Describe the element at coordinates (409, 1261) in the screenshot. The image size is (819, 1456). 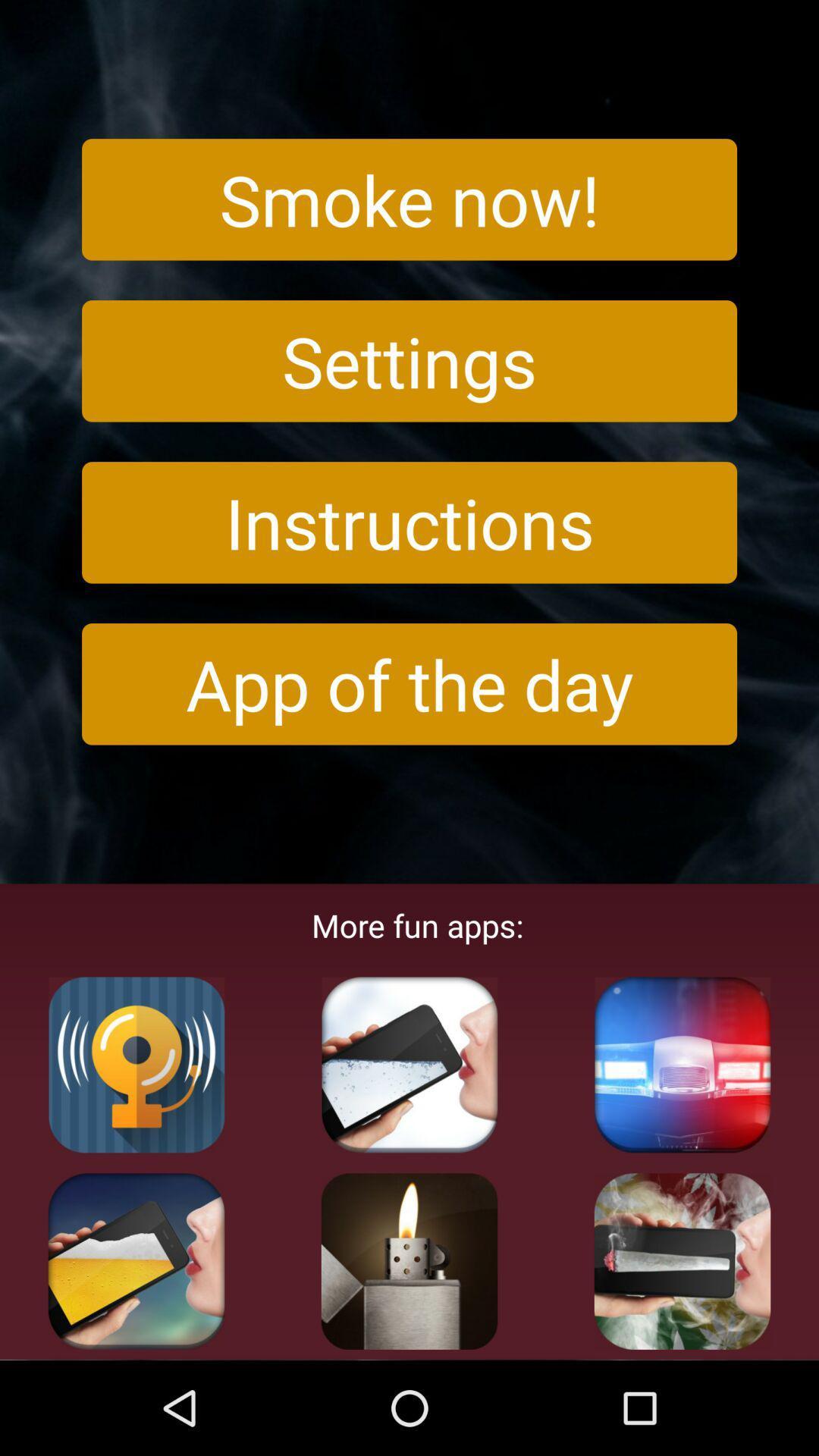
I see `share the article` at that location.